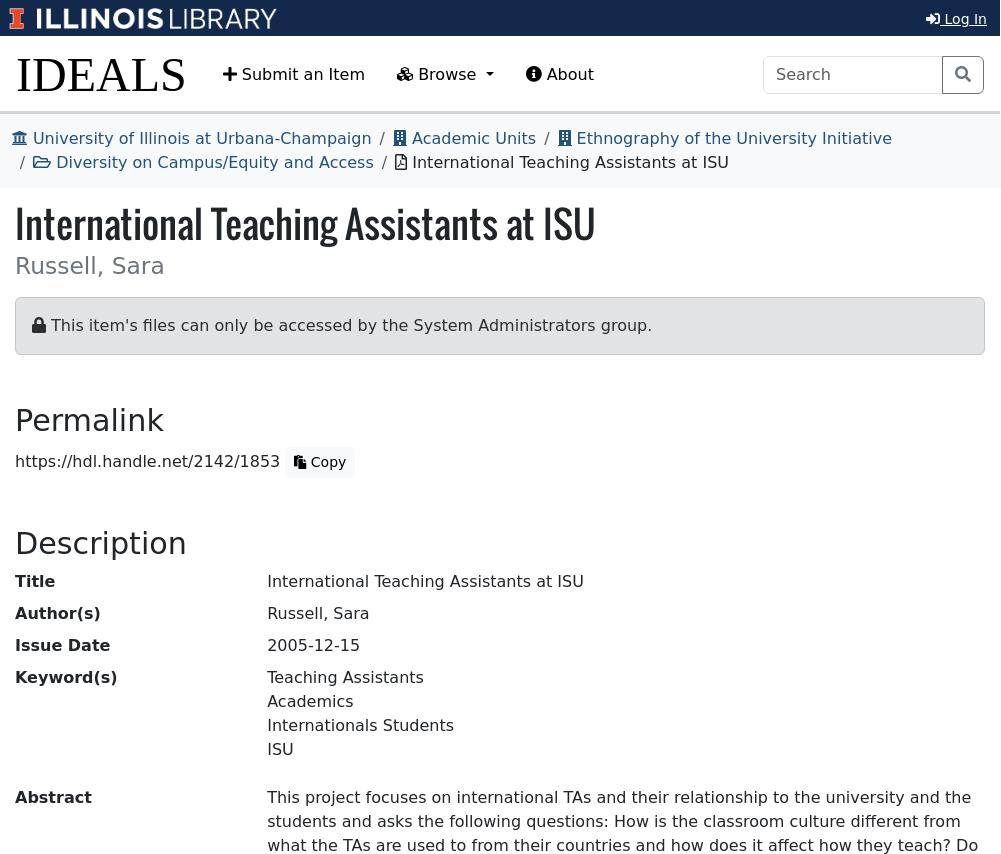 The width and height of the screenshot is (1001, 854). I want to click on 'PRIMARY', so click(602, 624).